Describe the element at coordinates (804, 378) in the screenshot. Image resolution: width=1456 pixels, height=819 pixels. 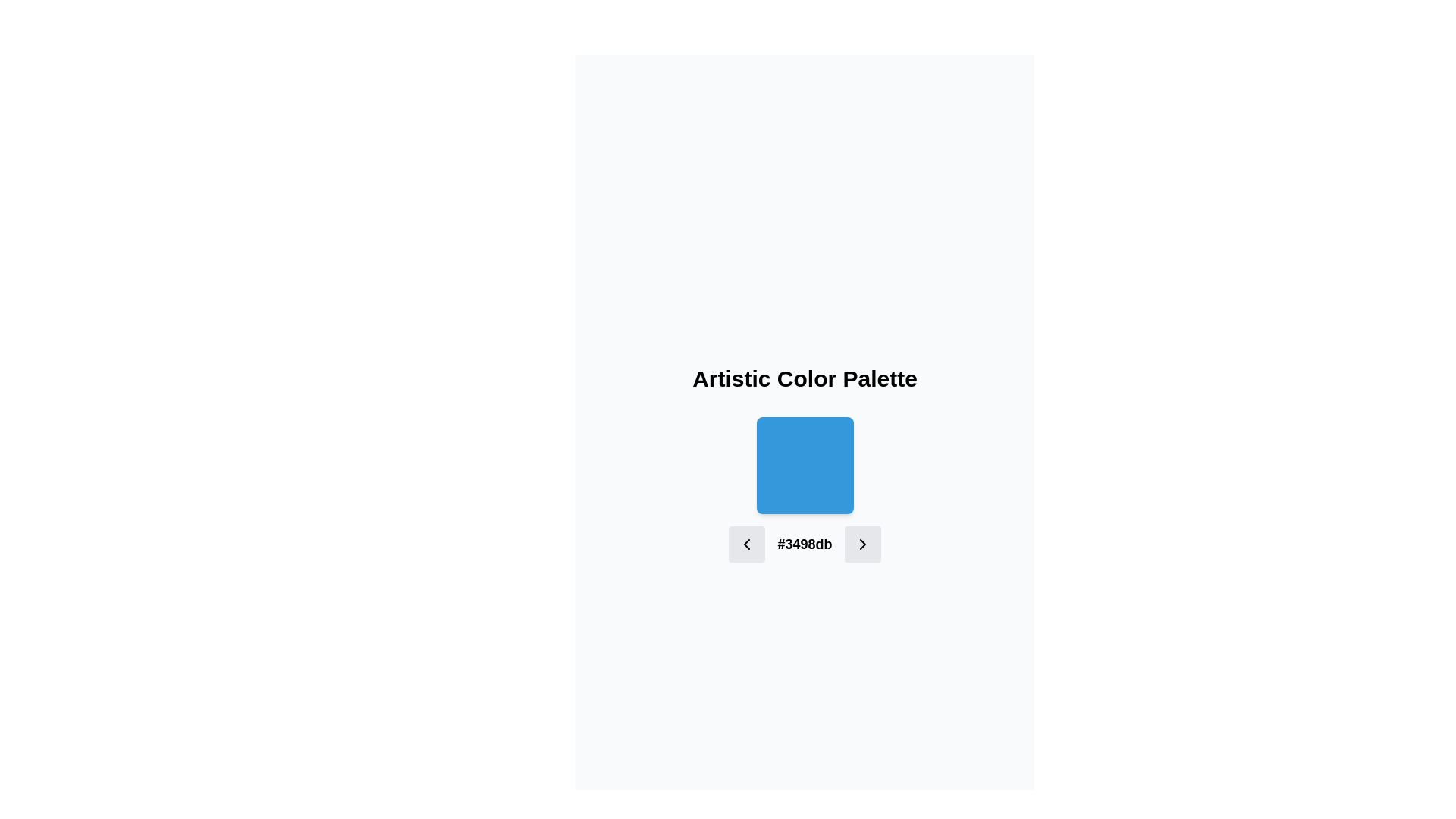
I see `the topmost heading text element that reads 'Artistic Color Palette', styled in bold and large font, located at the top of a vertically centered layout` at that location.